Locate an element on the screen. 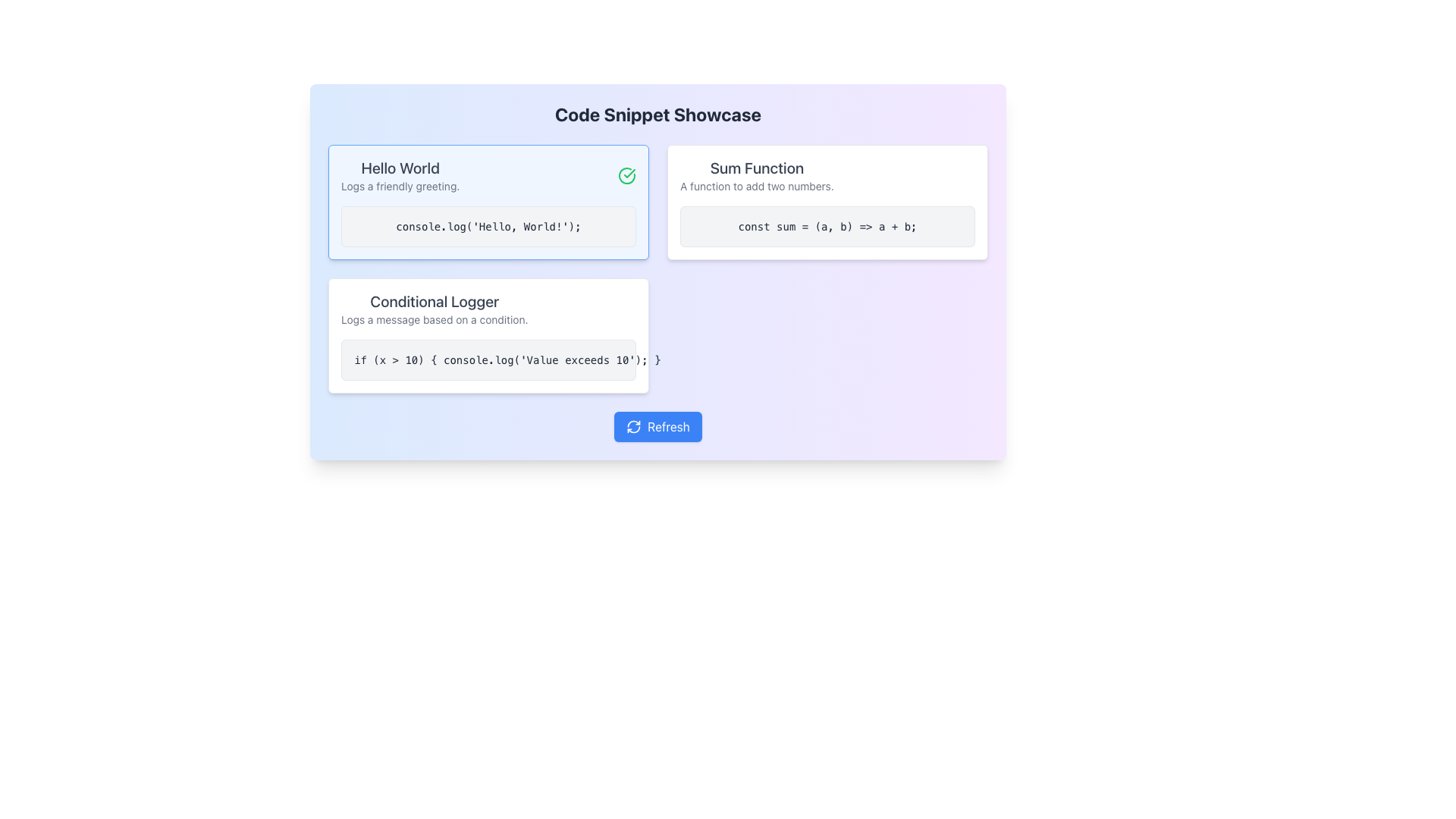 This screenshot has width=1456, height=819. the Informational Card that presents a title, description, and a code snippet, located at the top-left corner of the grid layout is located at coordinates (488, 201).